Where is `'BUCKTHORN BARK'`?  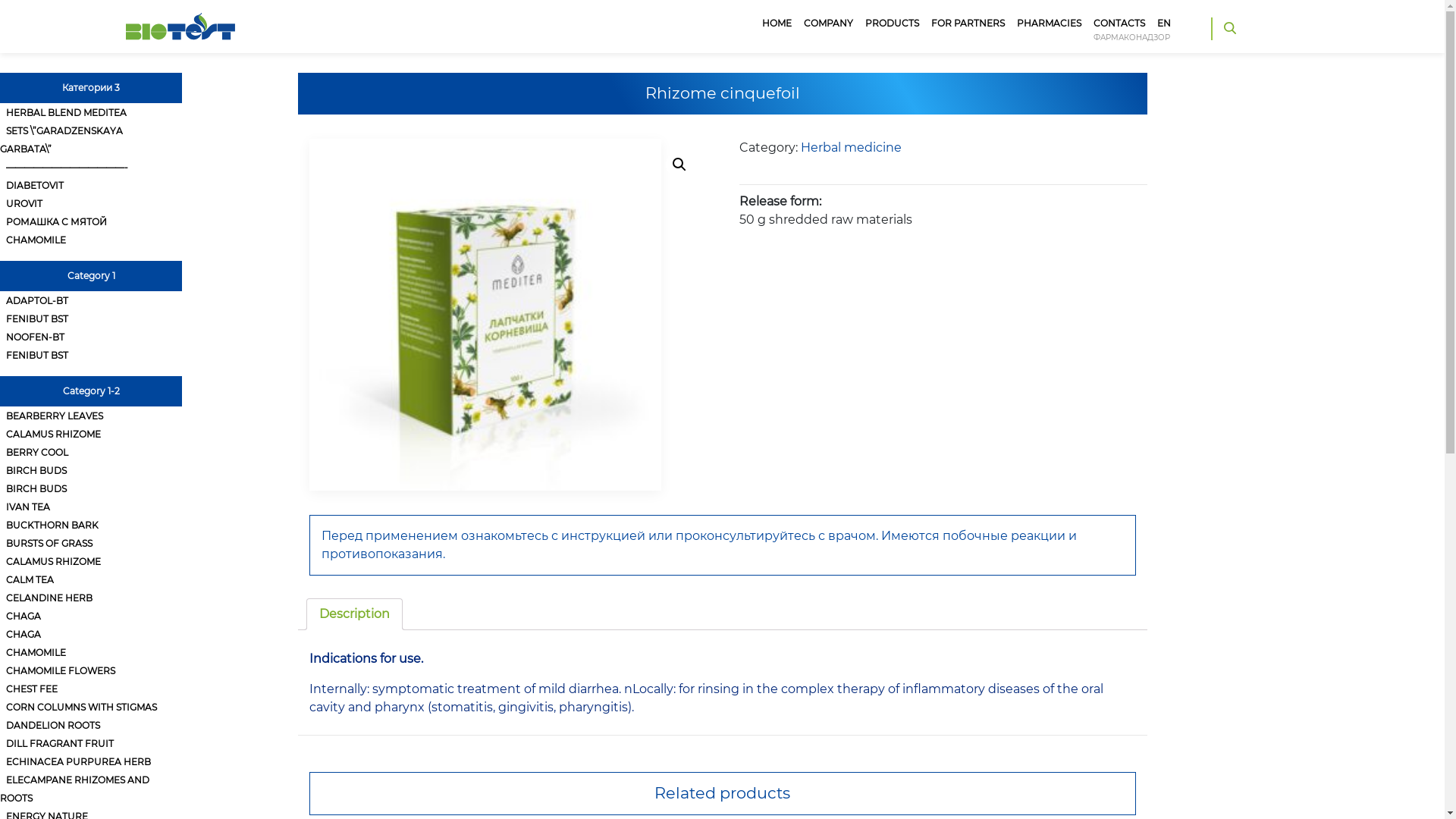 'BUCKTHORN BARK' is located at coordinates (0, 524).